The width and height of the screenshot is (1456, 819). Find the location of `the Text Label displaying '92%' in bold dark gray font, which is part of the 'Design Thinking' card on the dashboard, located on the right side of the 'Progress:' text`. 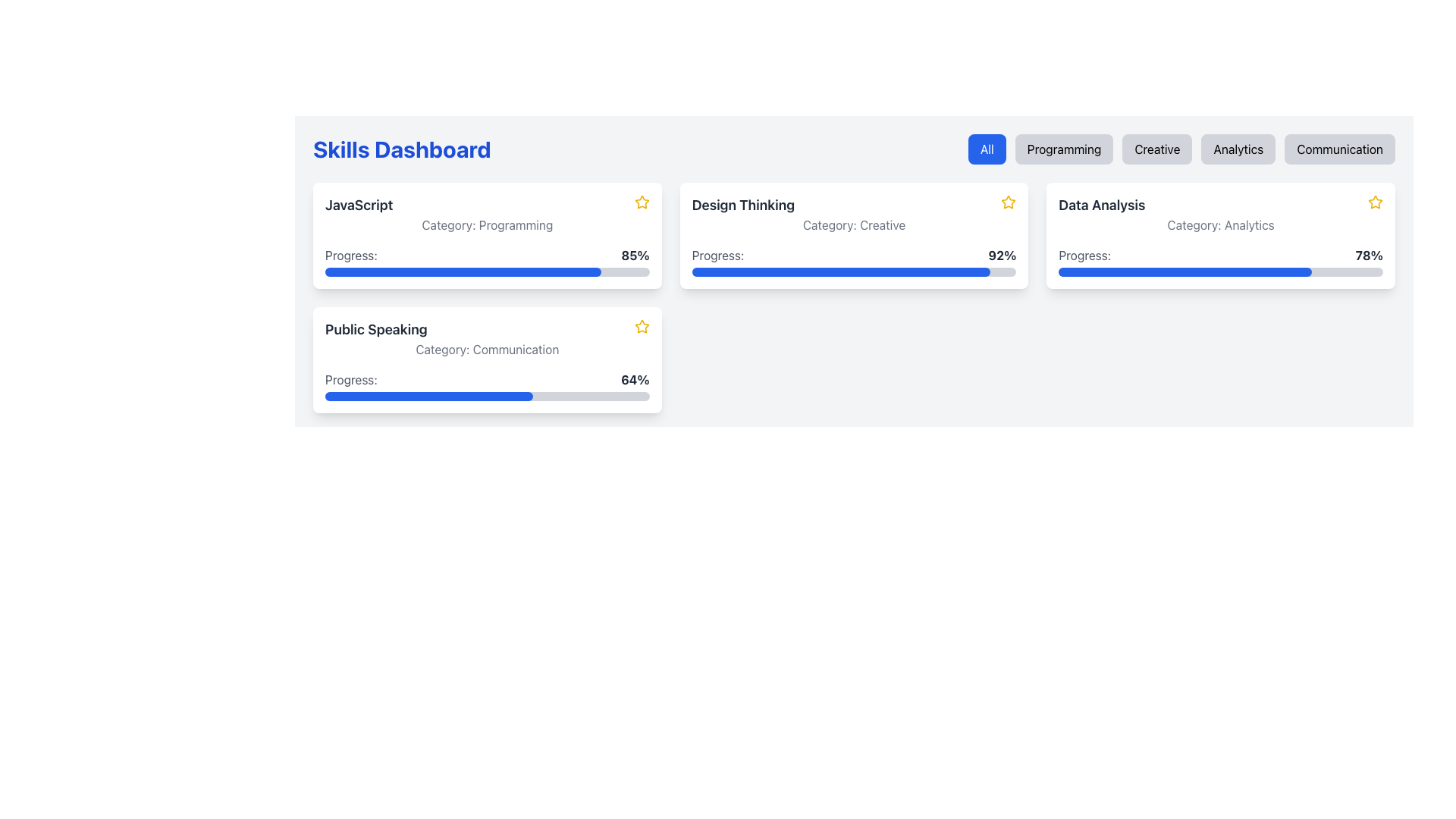

the Text Label displaying '92%' in bold dark gray font, which is part of the 'Design Thinking' card on the dashboard, located on the right side of the 'Progress:' text is located at coordinates (1002, 254).